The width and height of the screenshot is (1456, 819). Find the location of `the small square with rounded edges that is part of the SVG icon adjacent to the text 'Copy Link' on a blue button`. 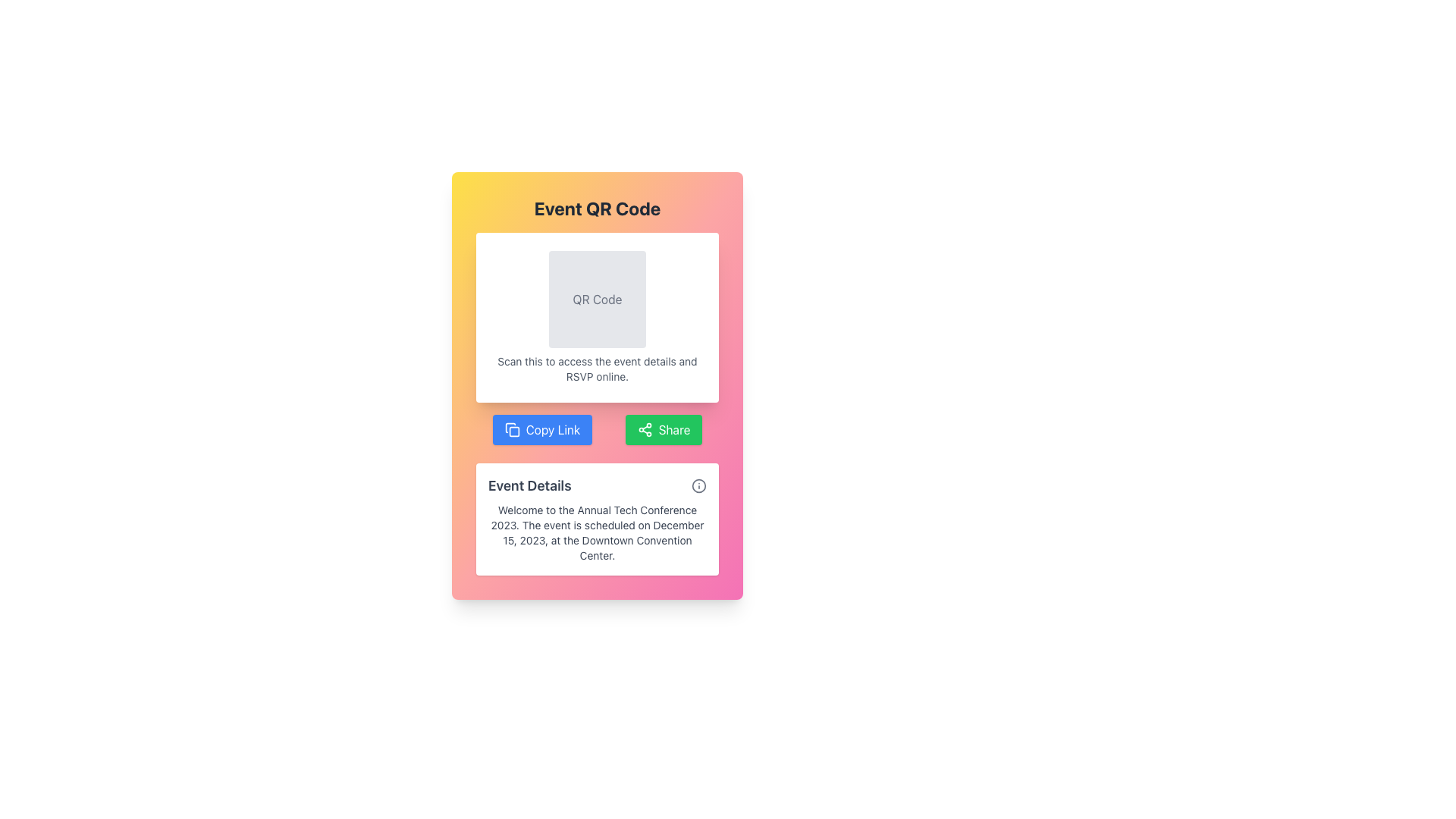

the small square with rounded edges that is part of the SVG icon adjacent to the text 'Copy Link' on a blue button is located at coordinates (514, 431).